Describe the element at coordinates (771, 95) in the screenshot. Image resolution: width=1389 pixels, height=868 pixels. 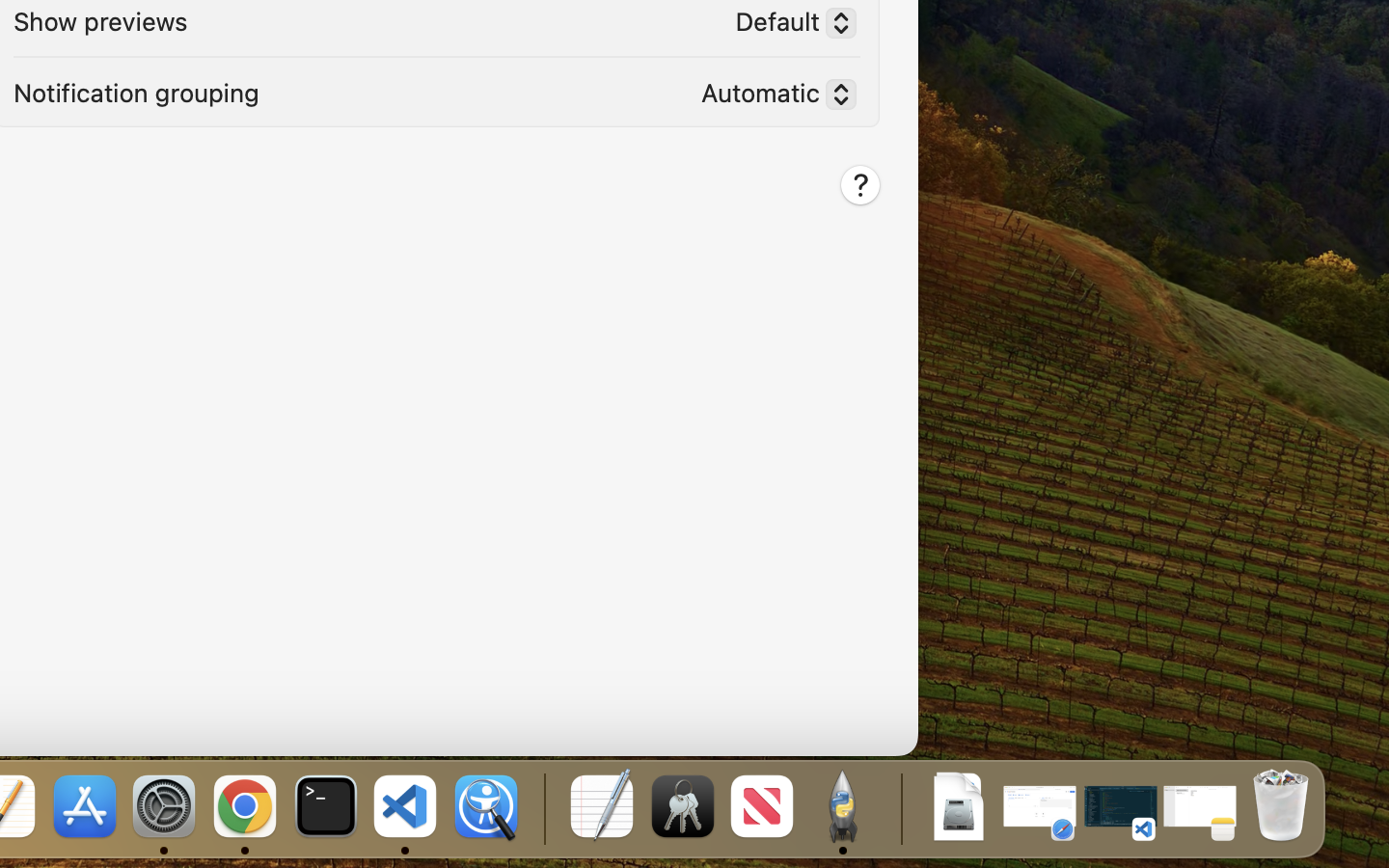
I see `'Automatic'` at that location.